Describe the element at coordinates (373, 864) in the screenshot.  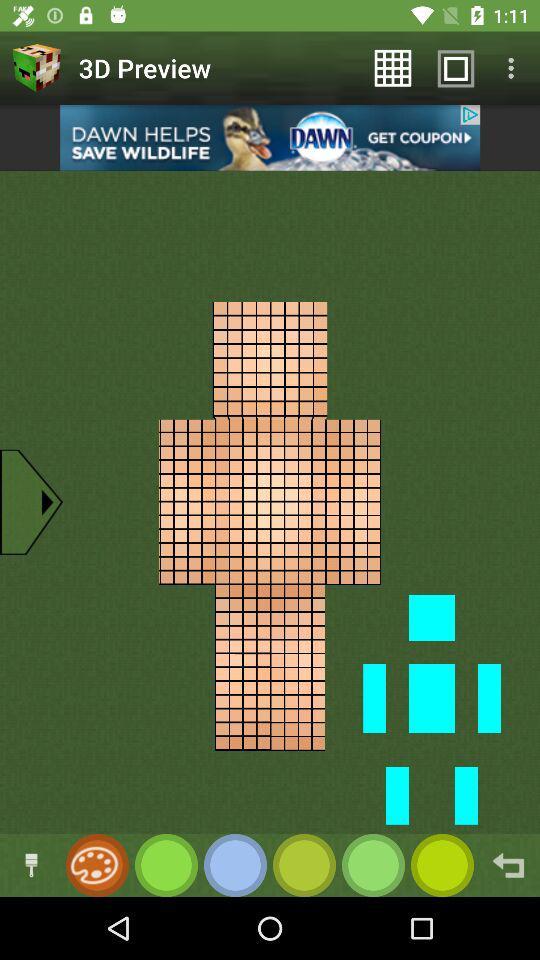
I see `change color` at that location.